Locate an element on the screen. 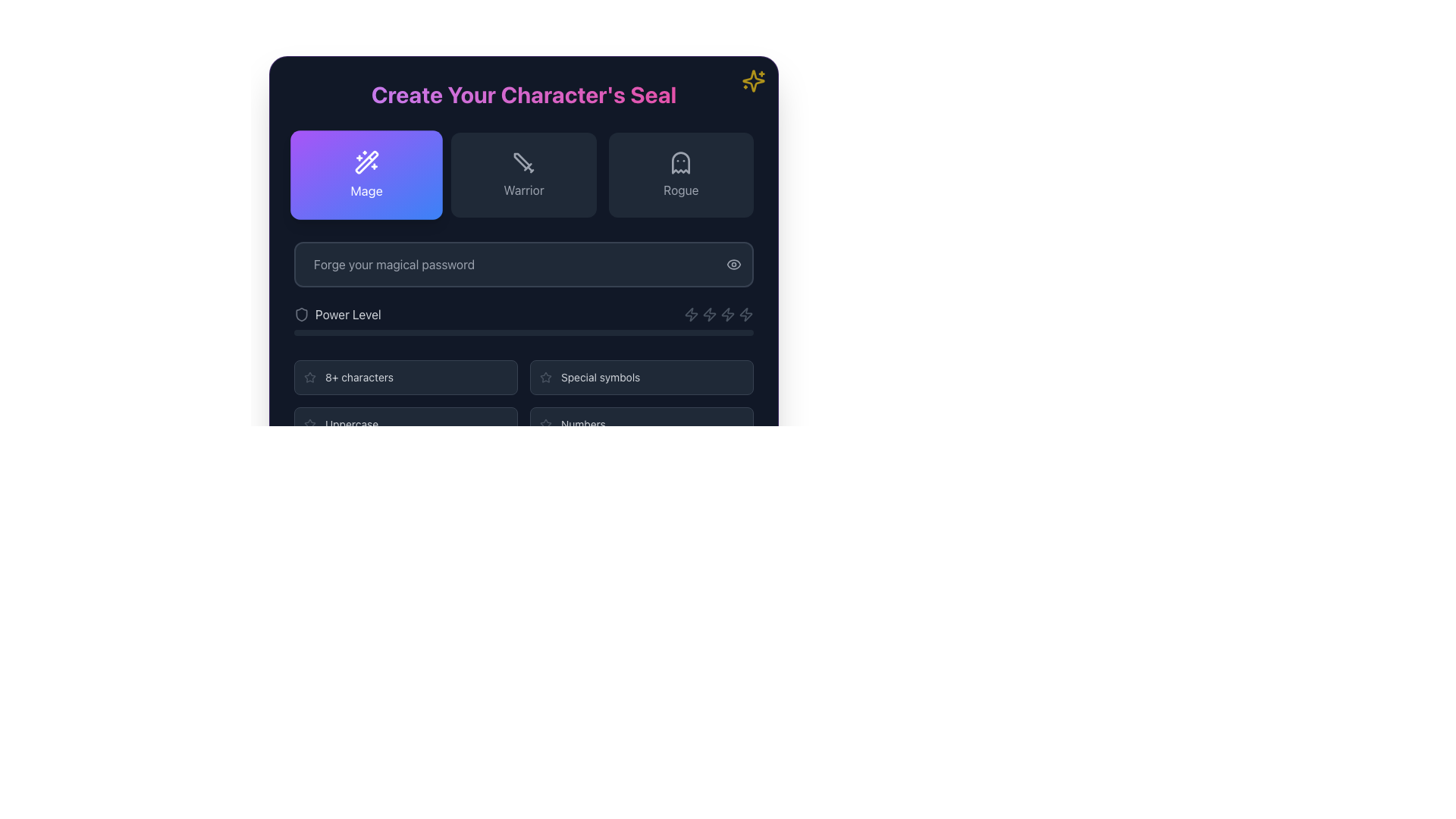 The width and height of the screenshot is (1456, 819). the small SVG lightning bolt icon with a gray stroke, located among other similar icons in the bottom-right section of the interface is located at coordinates (709, 314).